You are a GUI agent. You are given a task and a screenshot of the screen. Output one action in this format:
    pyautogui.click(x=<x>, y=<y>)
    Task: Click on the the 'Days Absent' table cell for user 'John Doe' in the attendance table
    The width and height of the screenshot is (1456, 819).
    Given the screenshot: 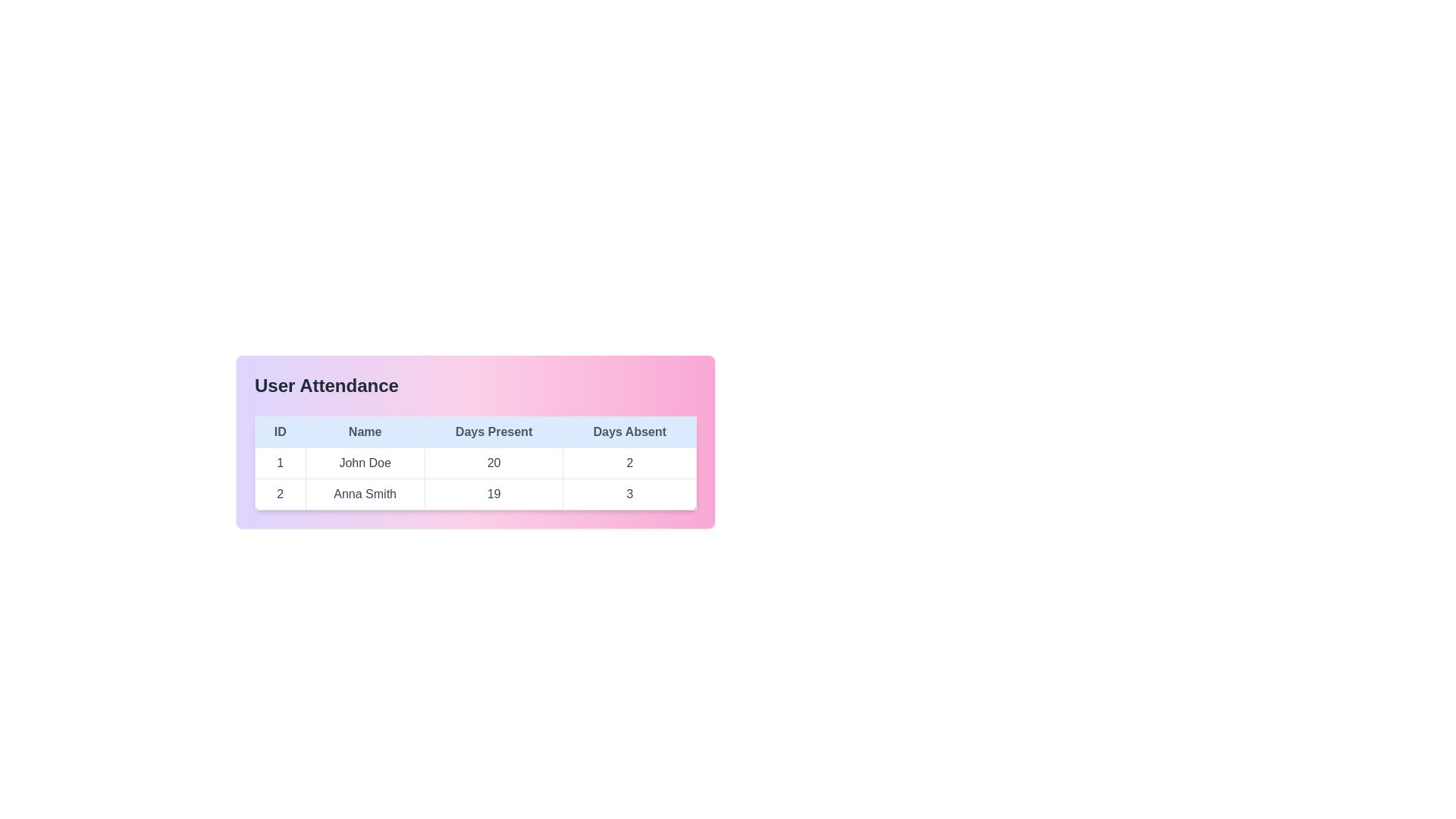 What is the action you would take?
    pyautogui.click(x=629, y=462)
    